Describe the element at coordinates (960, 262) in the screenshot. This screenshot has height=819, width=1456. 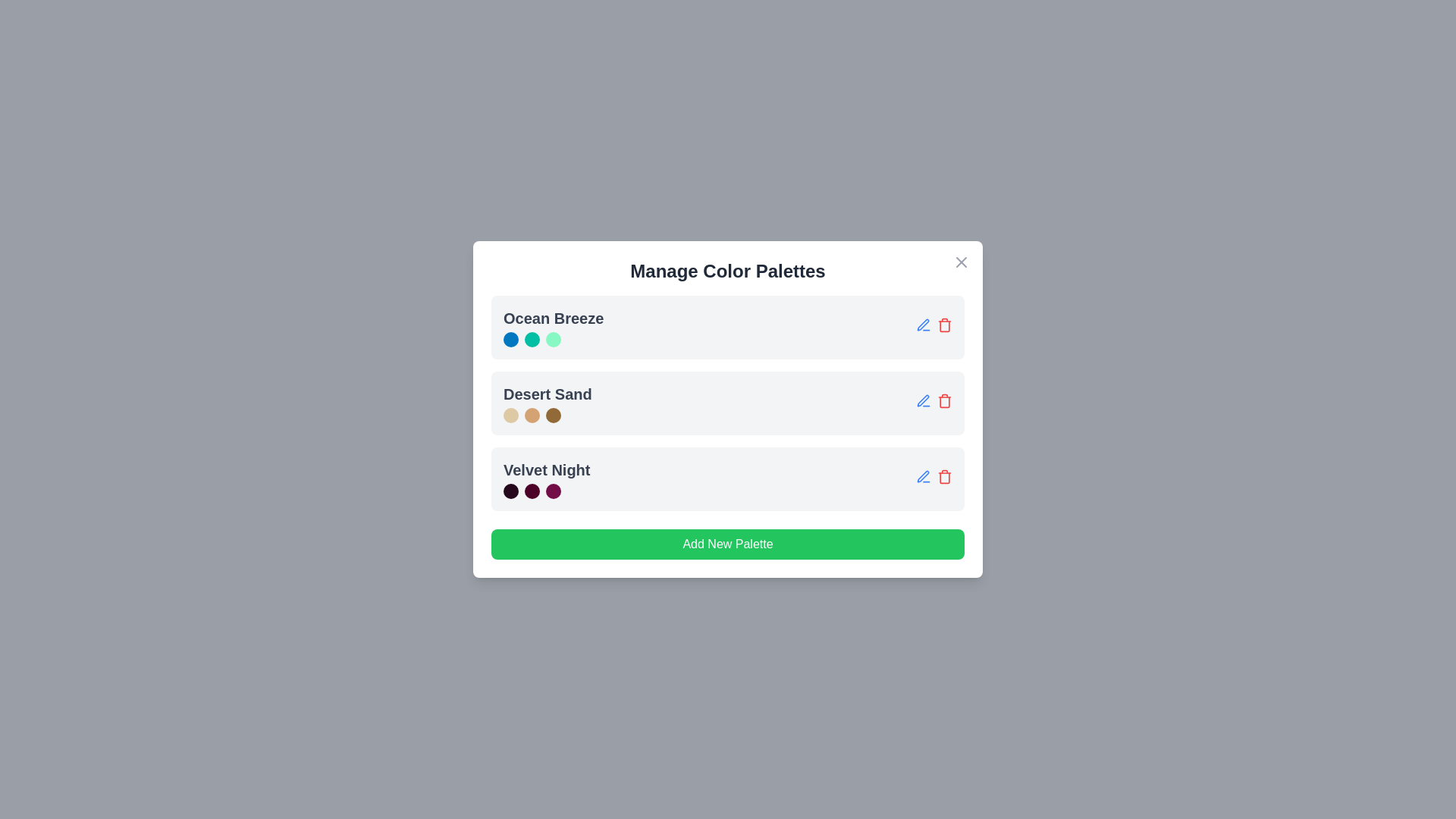
I see `the close button in the top-right corner of the dialog box` at that location.